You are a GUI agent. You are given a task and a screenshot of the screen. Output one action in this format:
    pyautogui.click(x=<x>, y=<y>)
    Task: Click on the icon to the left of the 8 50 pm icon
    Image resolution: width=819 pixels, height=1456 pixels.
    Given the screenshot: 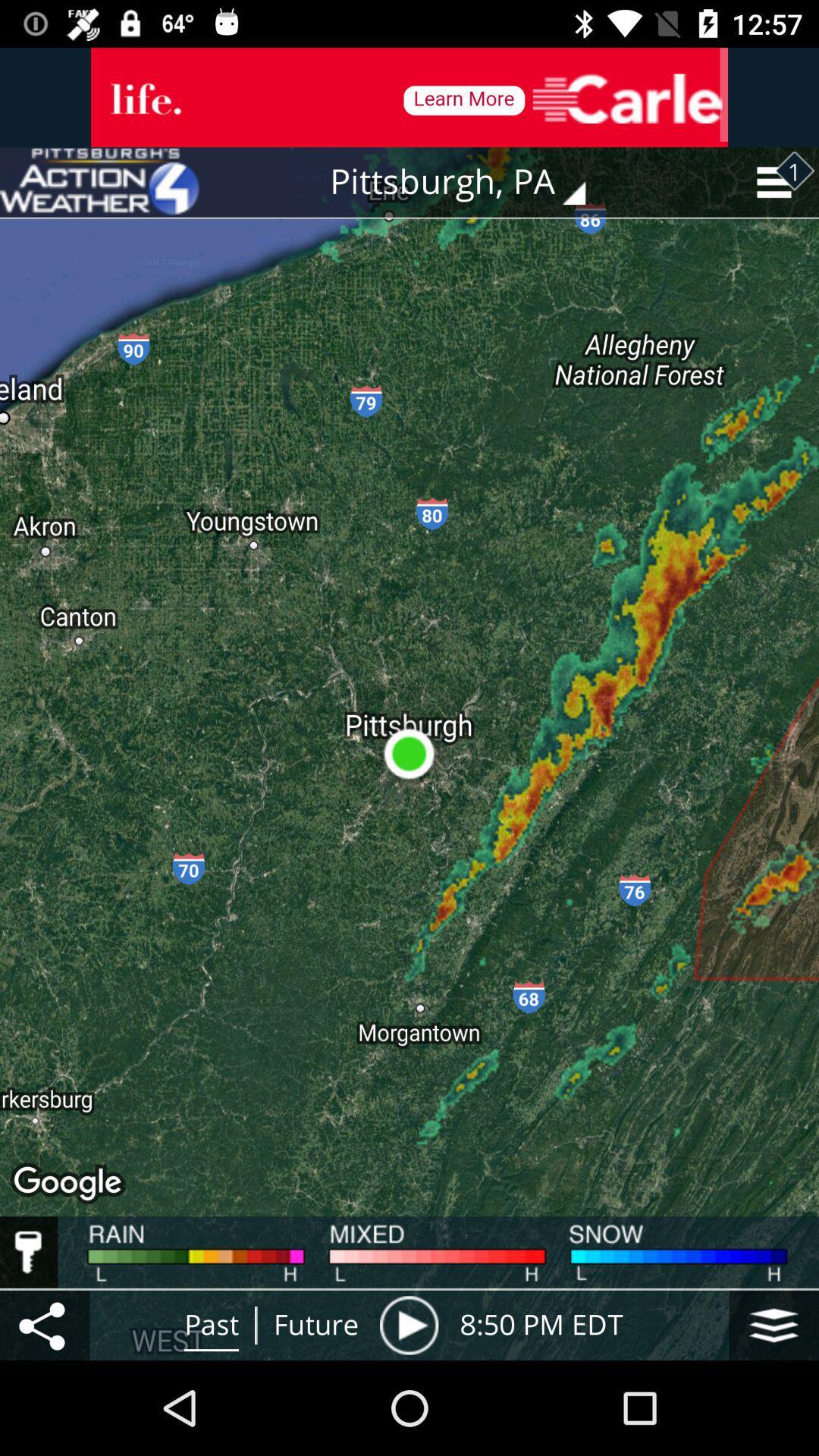 What is the action you would take?
    pyautogui.click(x=408, y=1324)
    